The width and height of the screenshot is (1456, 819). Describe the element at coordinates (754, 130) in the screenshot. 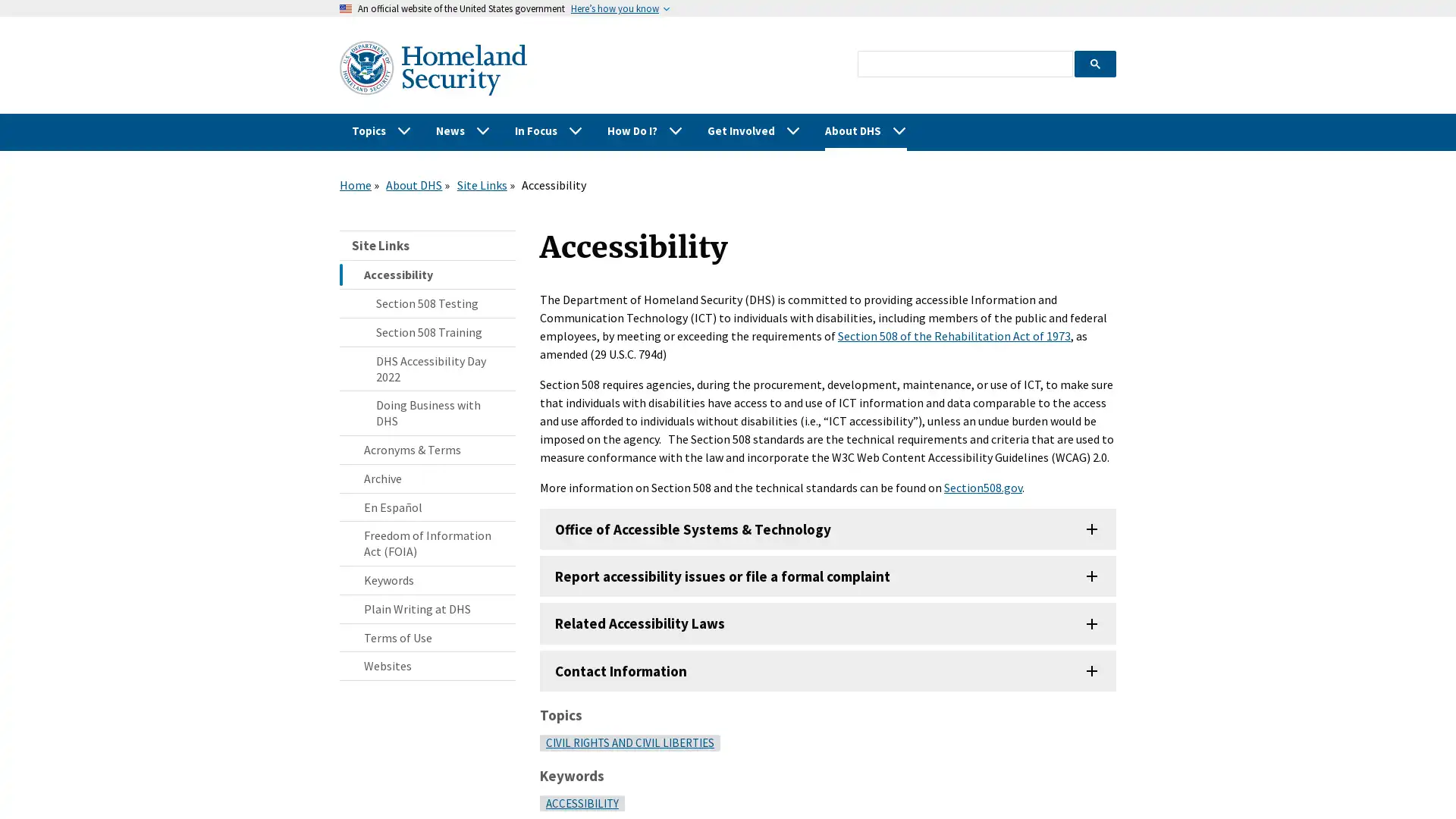

I see `Get Involved` at that location.